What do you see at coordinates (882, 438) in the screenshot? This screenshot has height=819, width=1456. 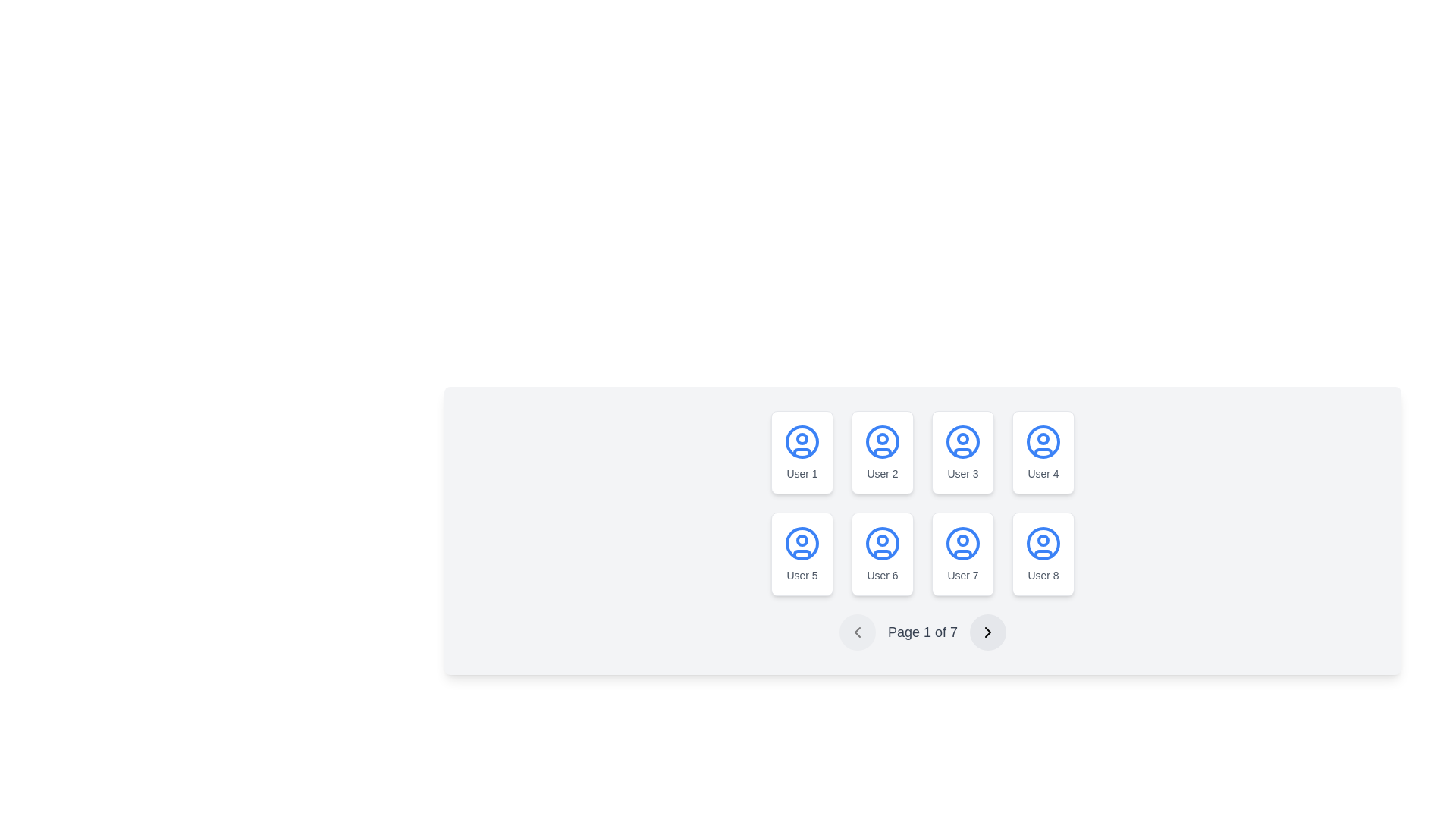 I see `the small SVG Circle within the blue user avatar icon of the second user profile card labeled 'User 2'` at bounding box center [882, 438].